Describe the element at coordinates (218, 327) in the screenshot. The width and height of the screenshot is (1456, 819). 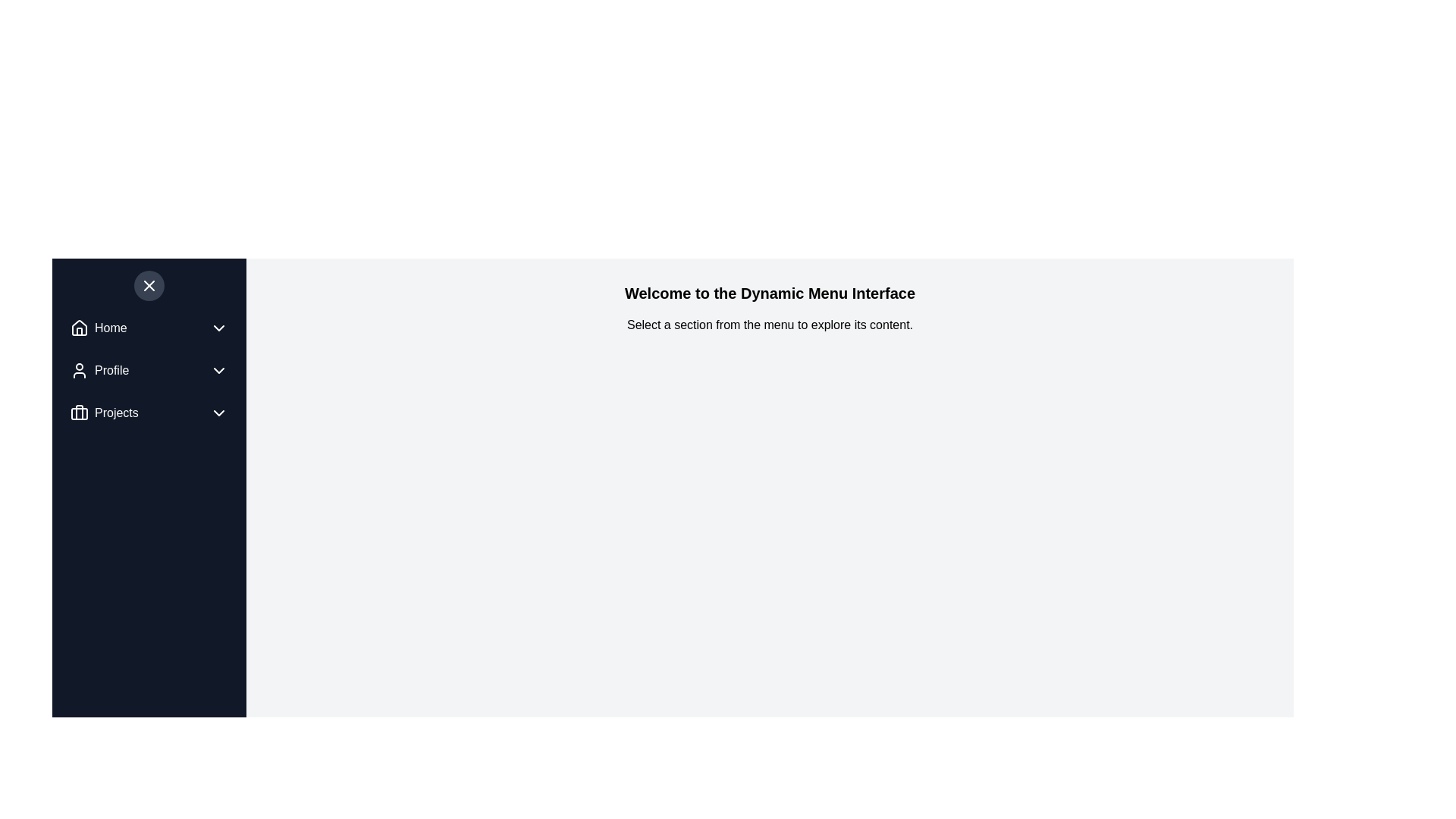
I see `the dropdown toggle icon to the right of the 'Home' menu item` at that location.